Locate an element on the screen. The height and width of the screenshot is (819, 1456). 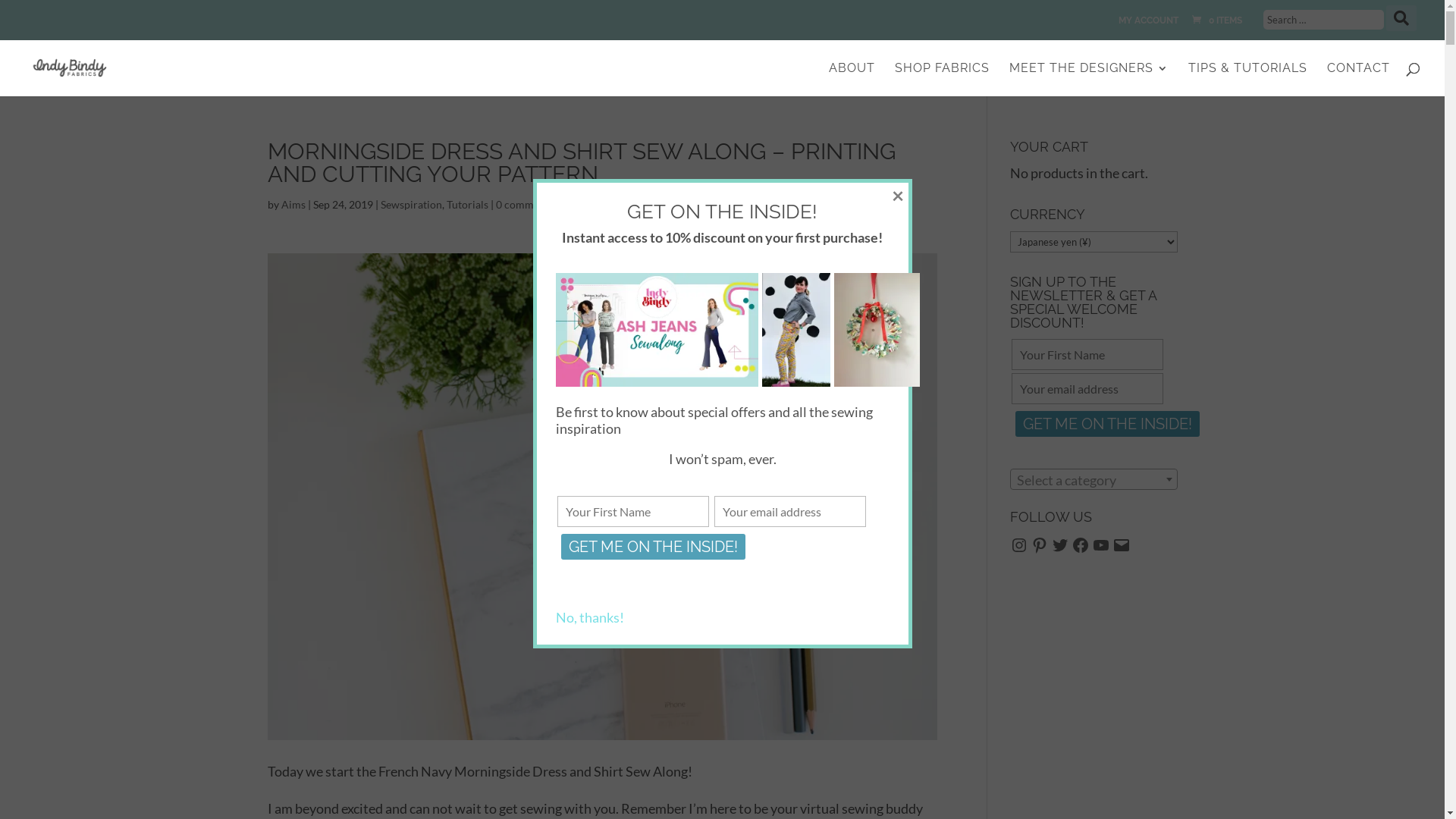
'TIPS & TUTORIALS' is located at coordinates (1247, 79).